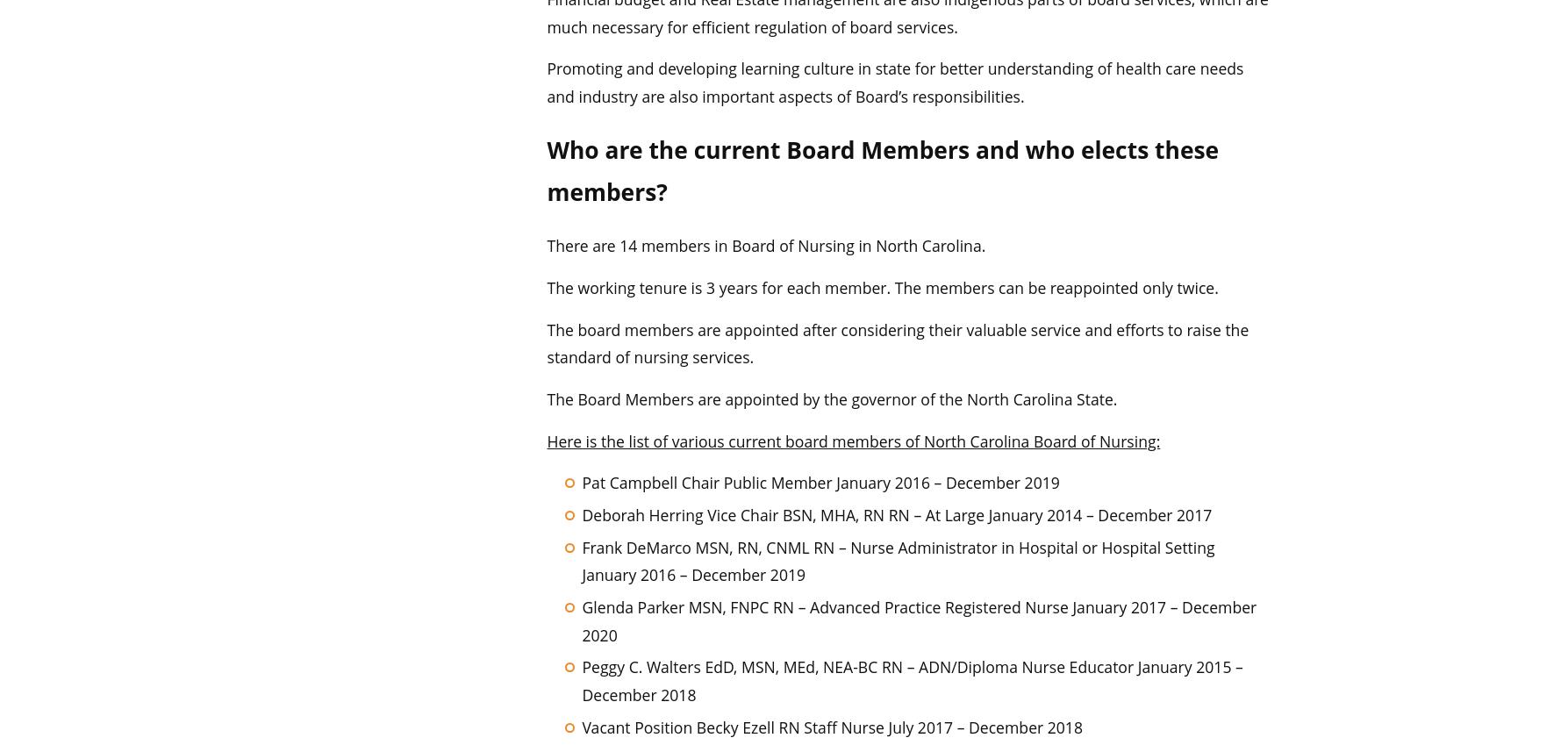 The width and height of the screenshot is (1568, 745). Describe the element at coordinates (545, 82) in the screenshot. I see `'Promoting and developing learning culture in state for better understanding of health care needs and industry are also important aspects of Board’s responsibilities.'` at that location.